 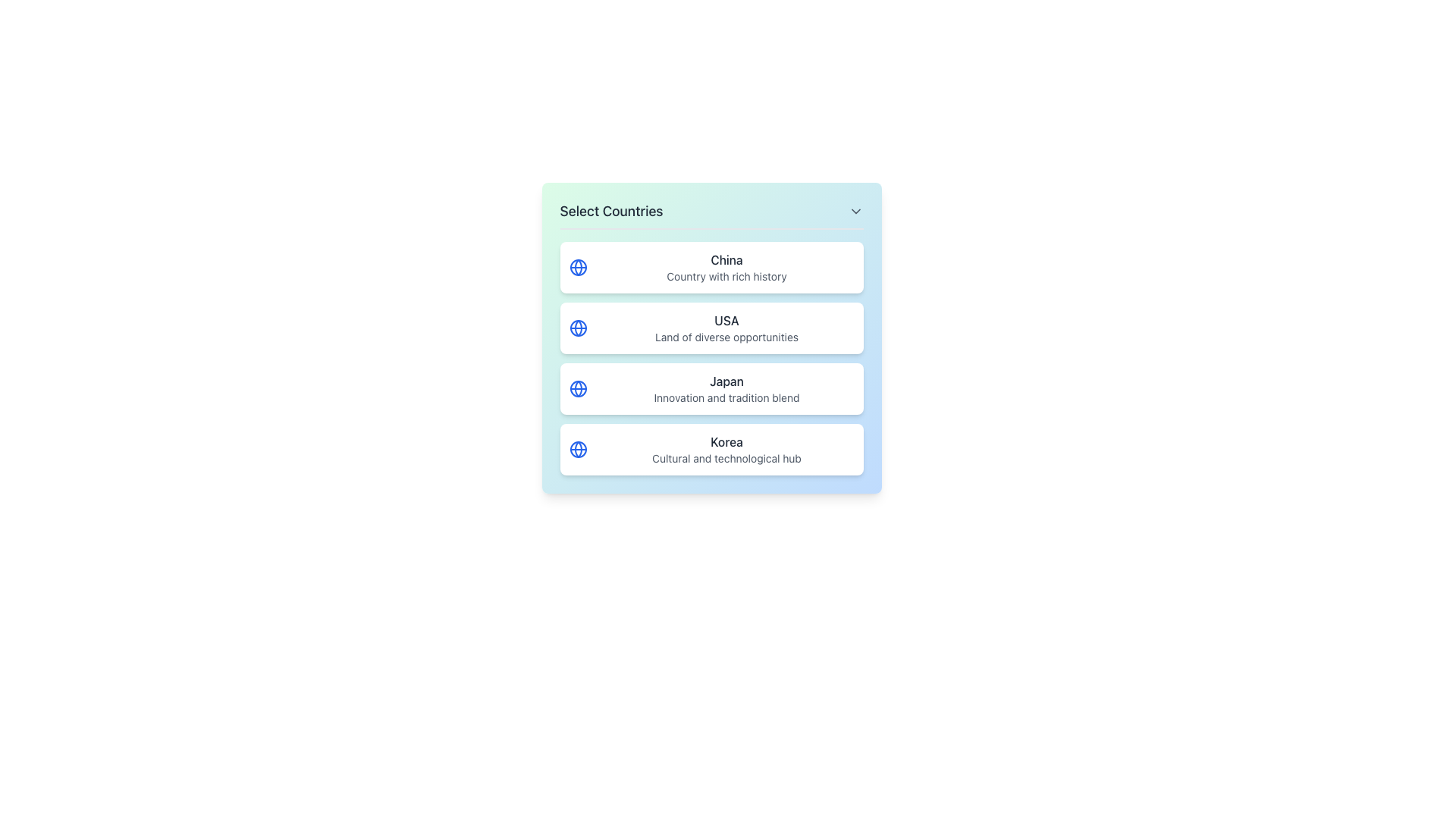 What do you see at coordinates (726, 397) in the screenshot?
I see `text snippet 'Innovation and tradition blend' displayed in grey, located below the bold title 'Japan' inside the card labeled 'Japan'` at bounding box center [726, 397].